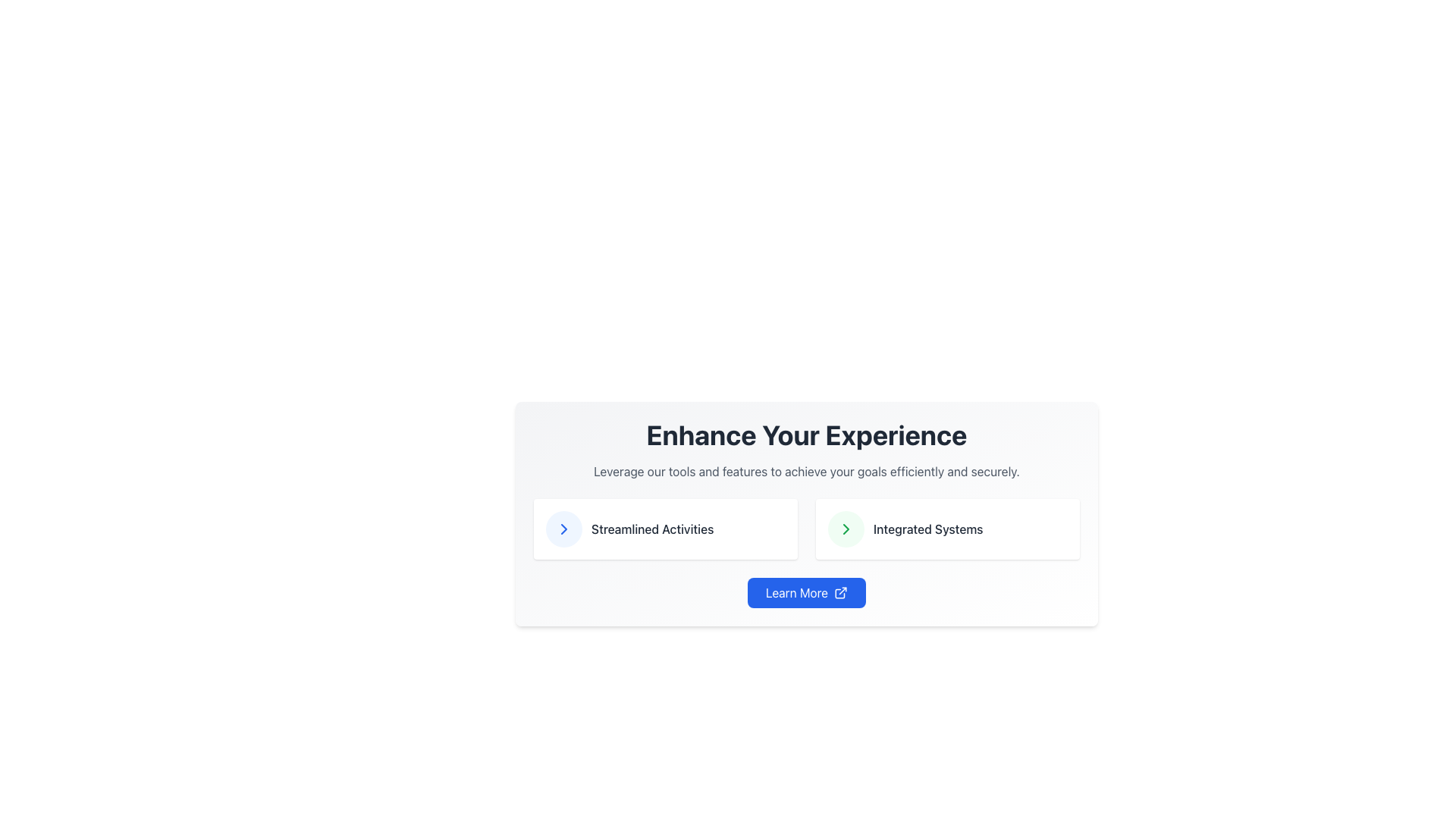 The image size is (1456, 819). I want to click on the circular icon with a soft green background and a right-pointing chevron arrow, located to the left of the 'Integrated Systems' label, so click(846, 529).